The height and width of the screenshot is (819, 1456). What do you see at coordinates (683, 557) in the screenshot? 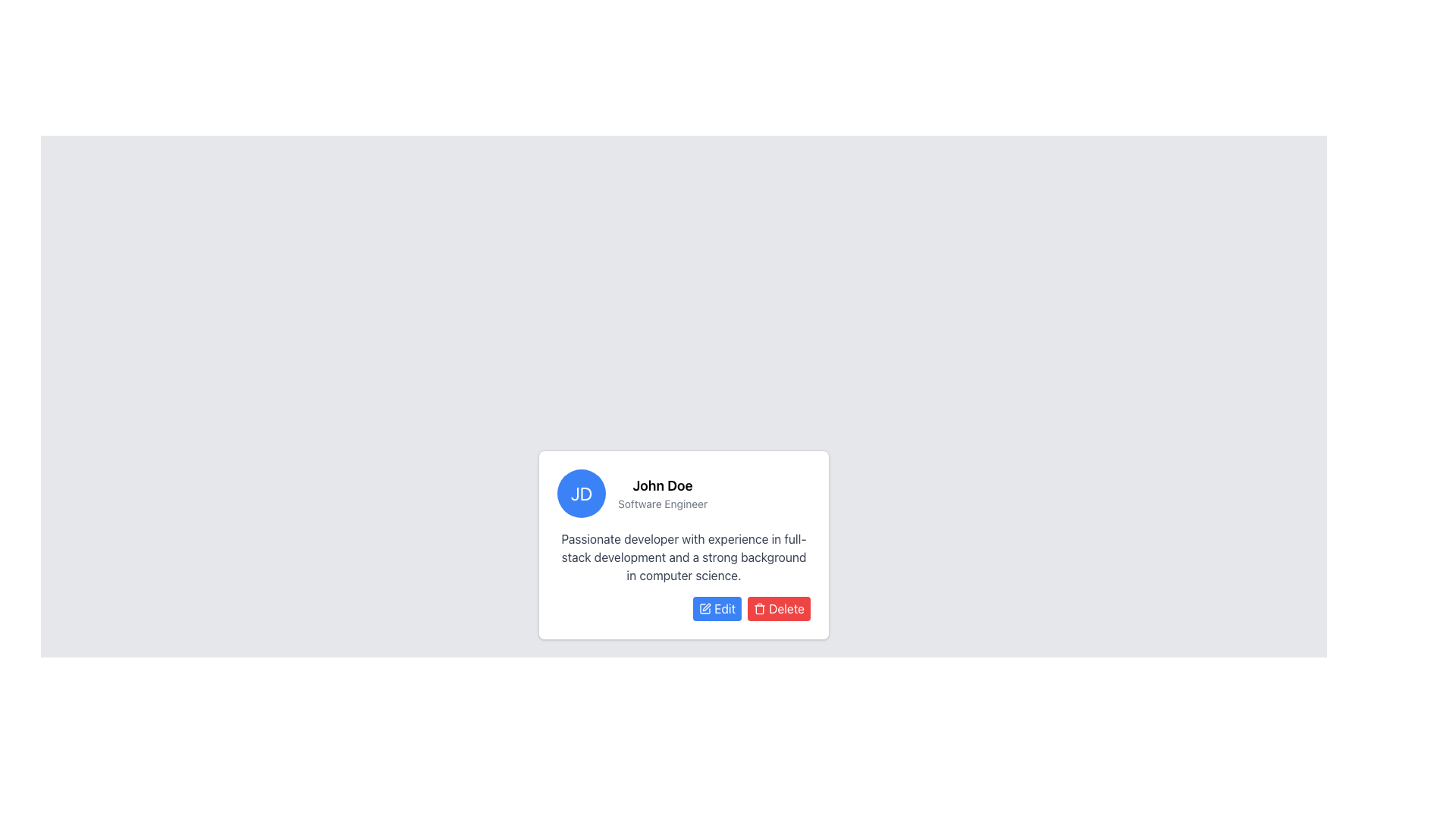
I see `text from the Text Block that contains the paragraph 'Passionate developer with experience in full-stack development and a strong background in computer science.' located below the name 'John Doe' and title 'Software Engineer' in the profile card` at bounding box center [683, 557].